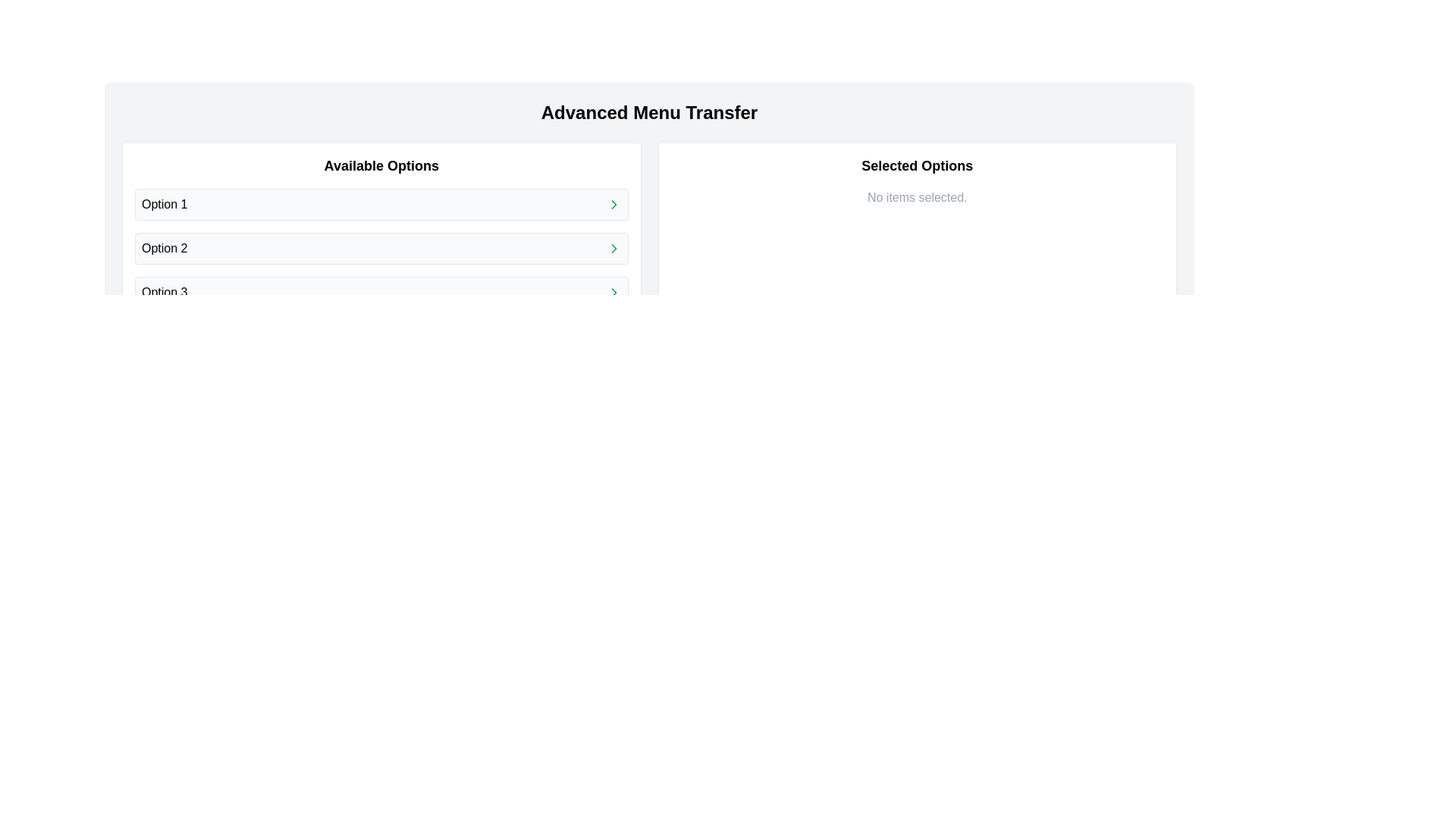 The image size is (1456, 819). Describe the element at coordinates (165, 205) in the screenshot. I see `the text label representing 'Option 1' in the 'Available Options' section, which is the first item in a vertical list of selectable options` at that location.